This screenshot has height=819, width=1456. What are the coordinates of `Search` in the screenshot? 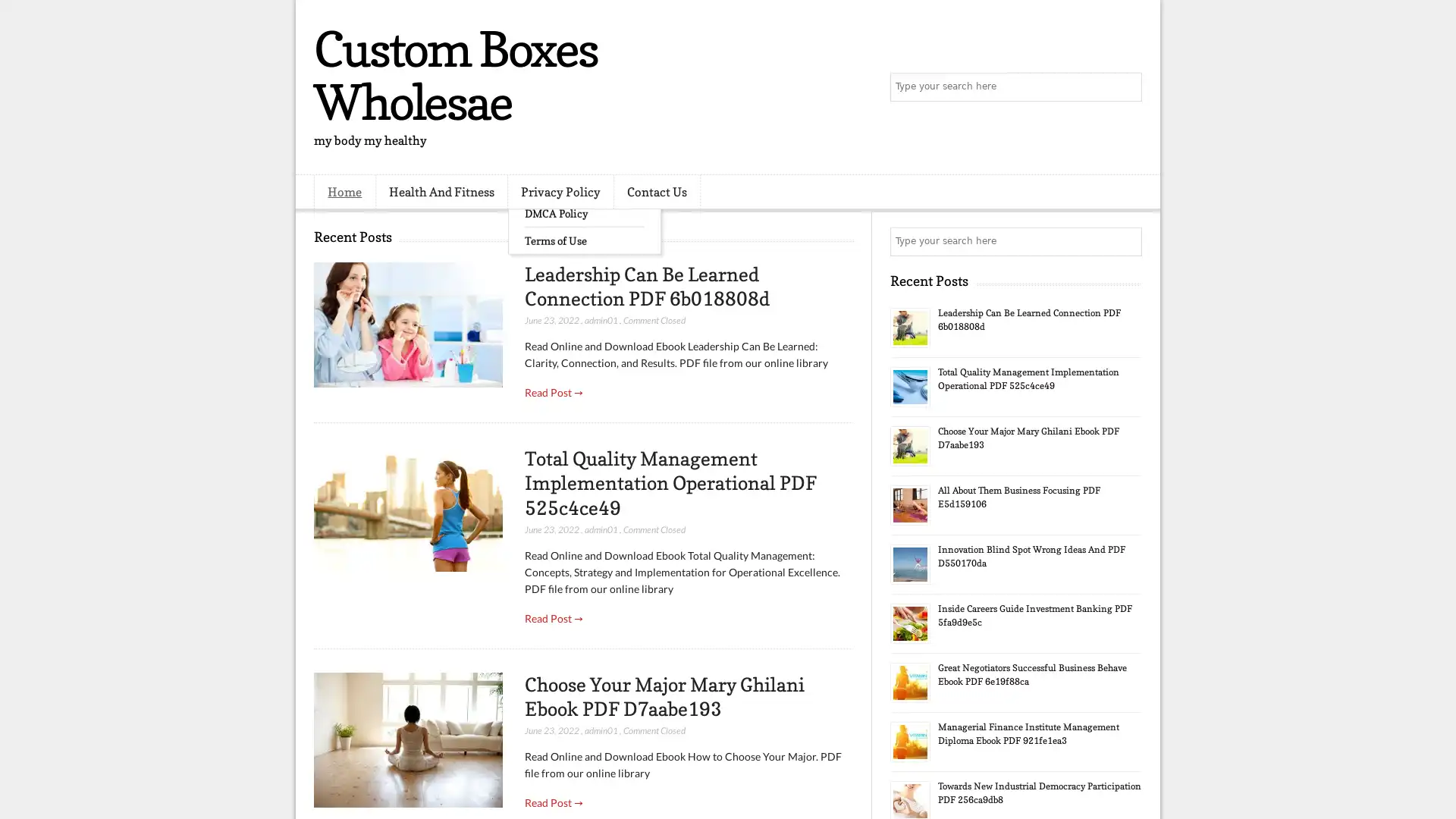 It's located at (1126, 87).